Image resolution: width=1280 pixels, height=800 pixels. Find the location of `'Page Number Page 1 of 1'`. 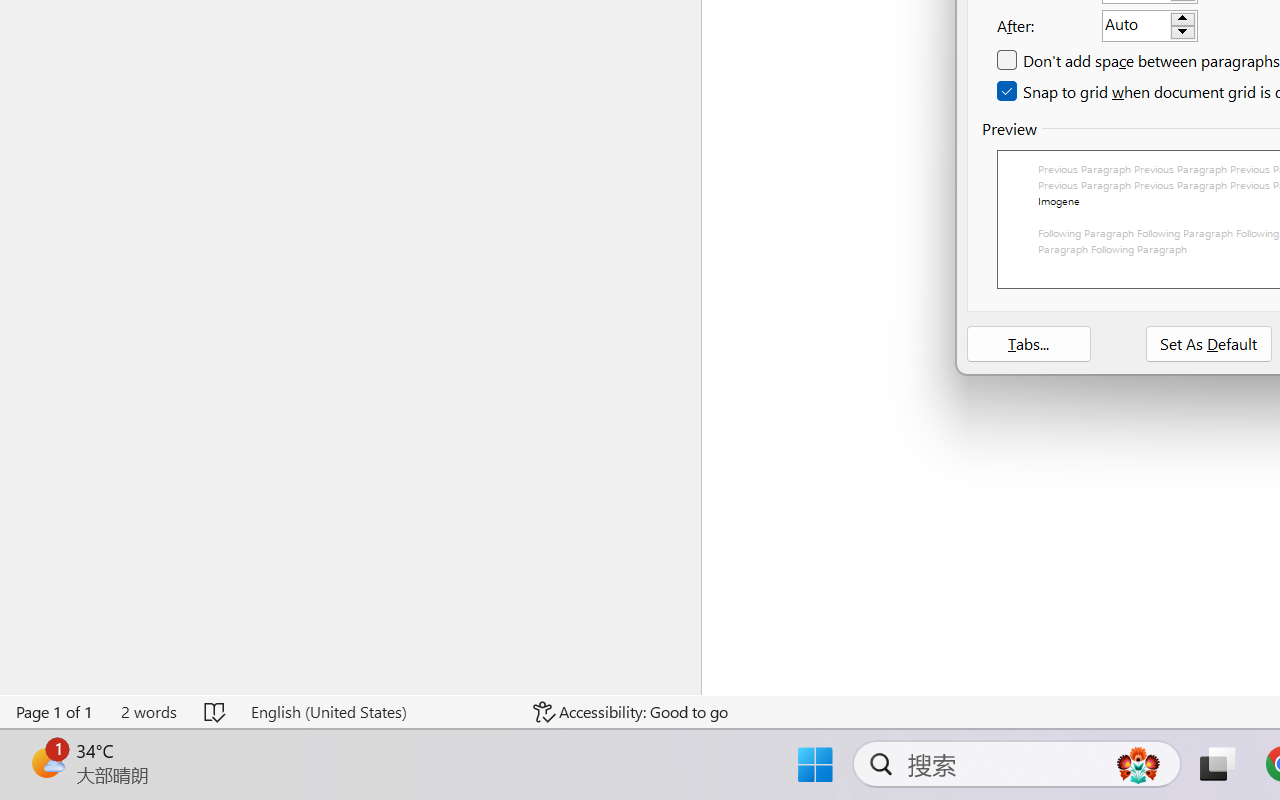

'Page Number Page 1 of 1' is located at coordinates (55, 711).